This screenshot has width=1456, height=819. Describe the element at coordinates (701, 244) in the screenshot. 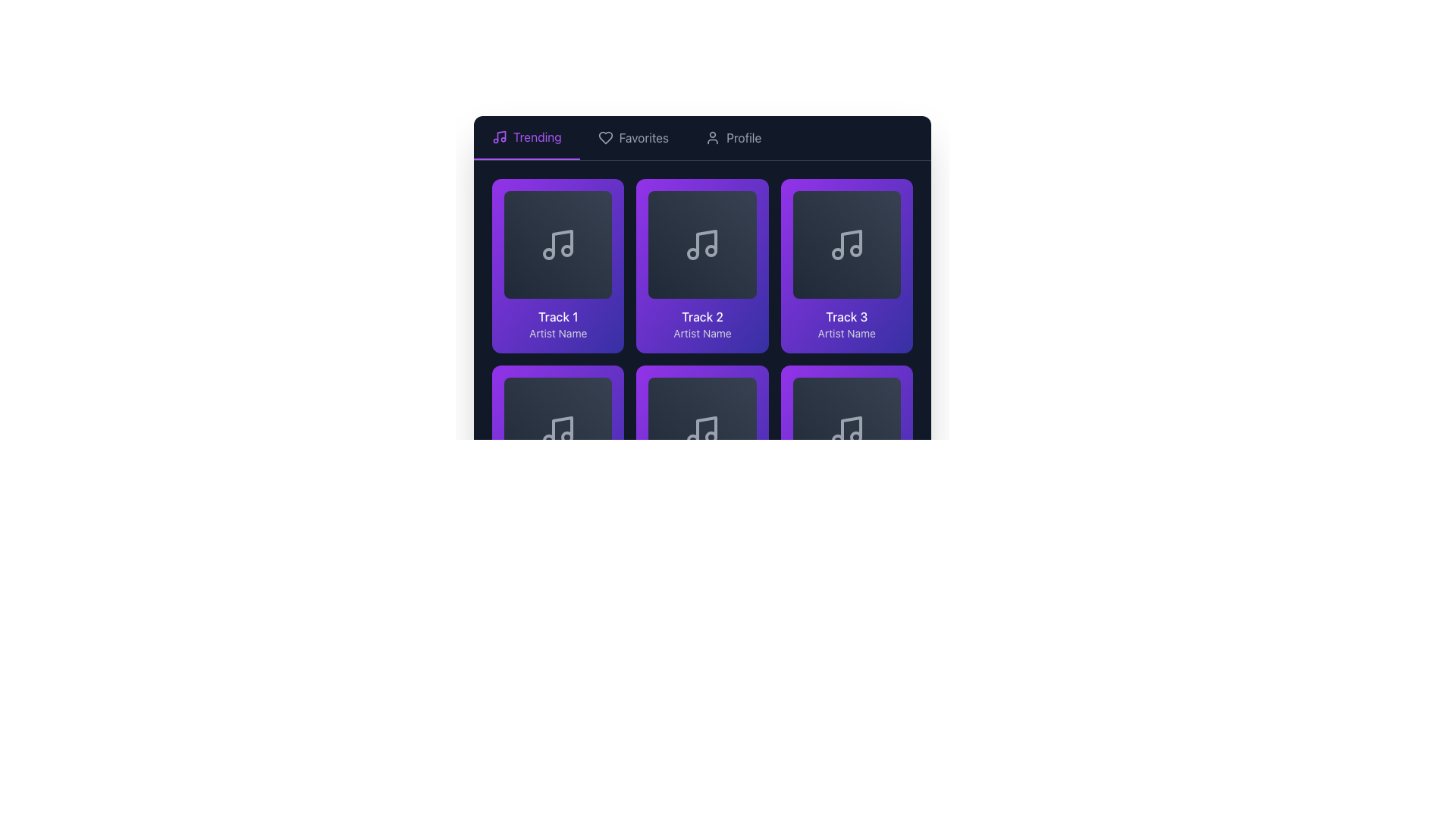

I see `the music icon located in the center of the 'Track 2' card, which has a purple background and rounded corners` at that location.